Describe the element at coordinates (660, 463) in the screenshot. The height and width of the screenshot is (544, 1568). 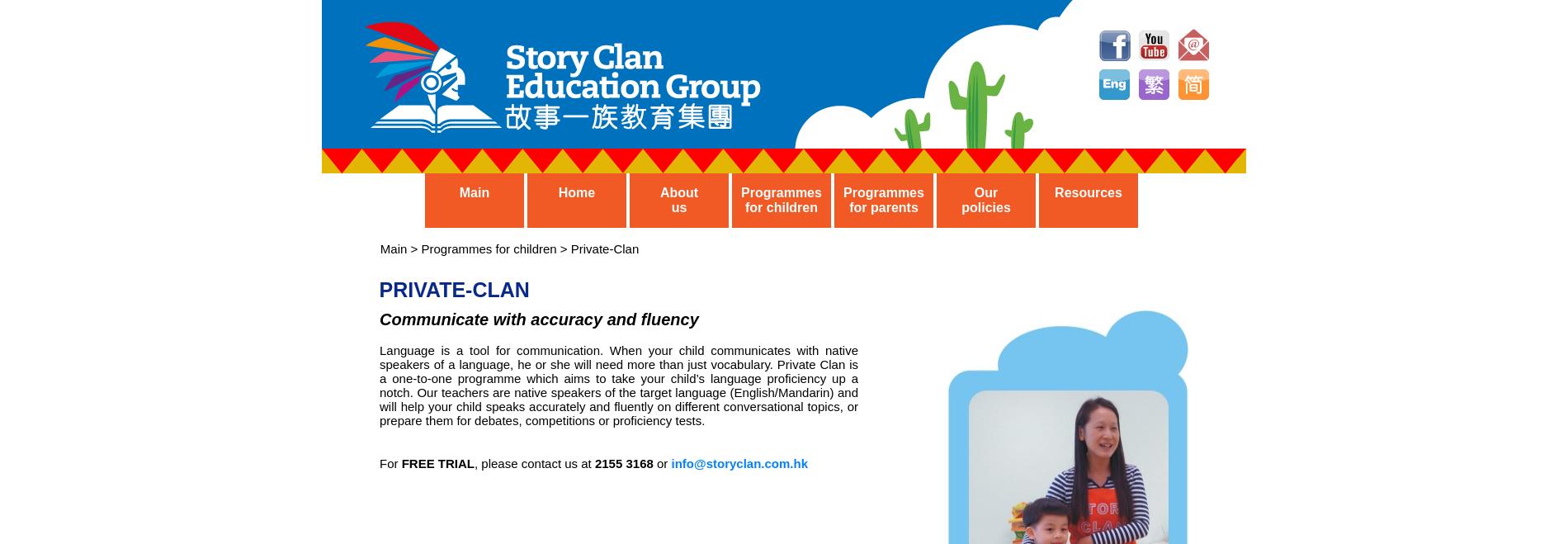
I see `'or'` at that location.